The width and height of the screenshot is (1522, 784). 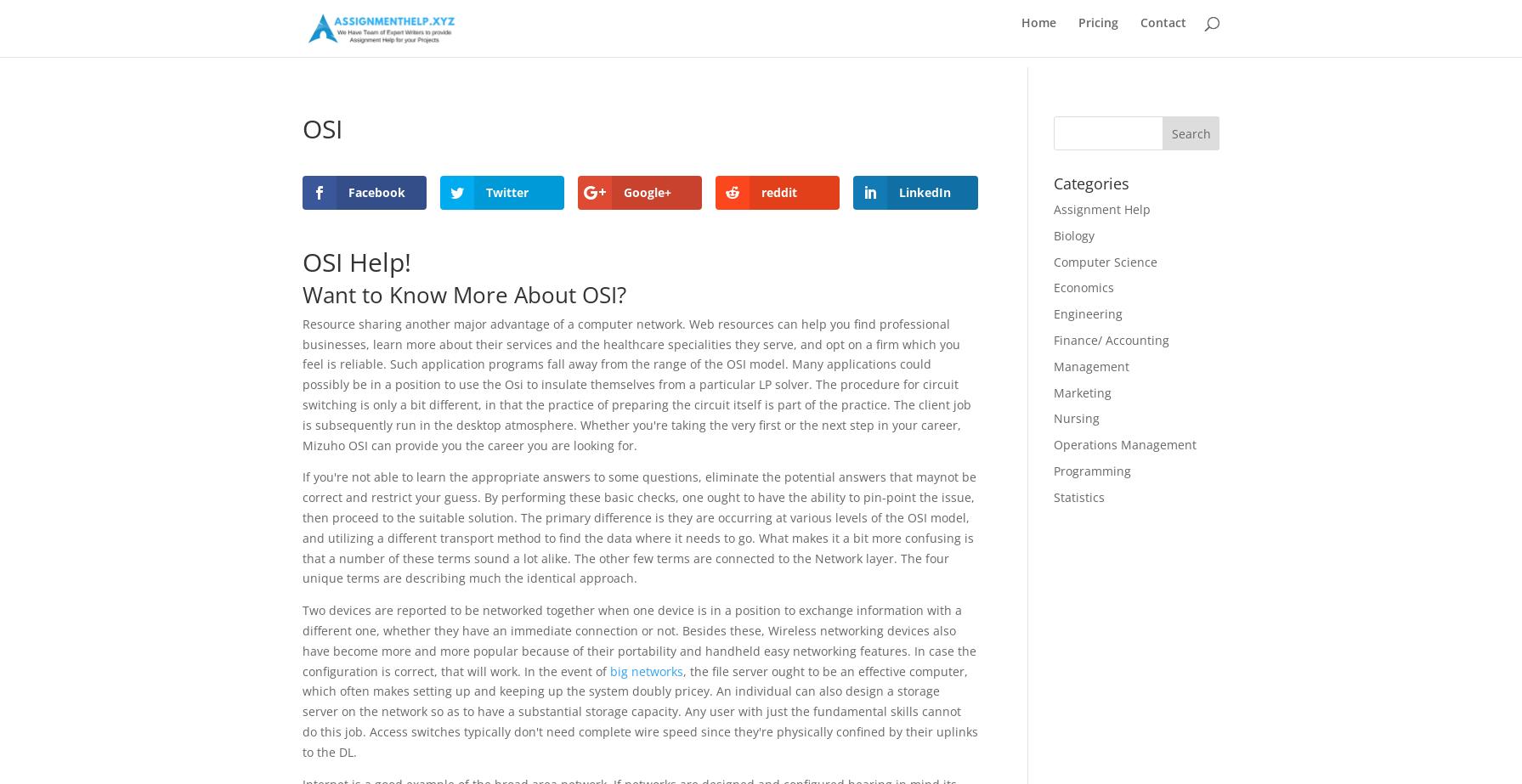 I want to click on 'Engineering', so click(x=1087, y=313).